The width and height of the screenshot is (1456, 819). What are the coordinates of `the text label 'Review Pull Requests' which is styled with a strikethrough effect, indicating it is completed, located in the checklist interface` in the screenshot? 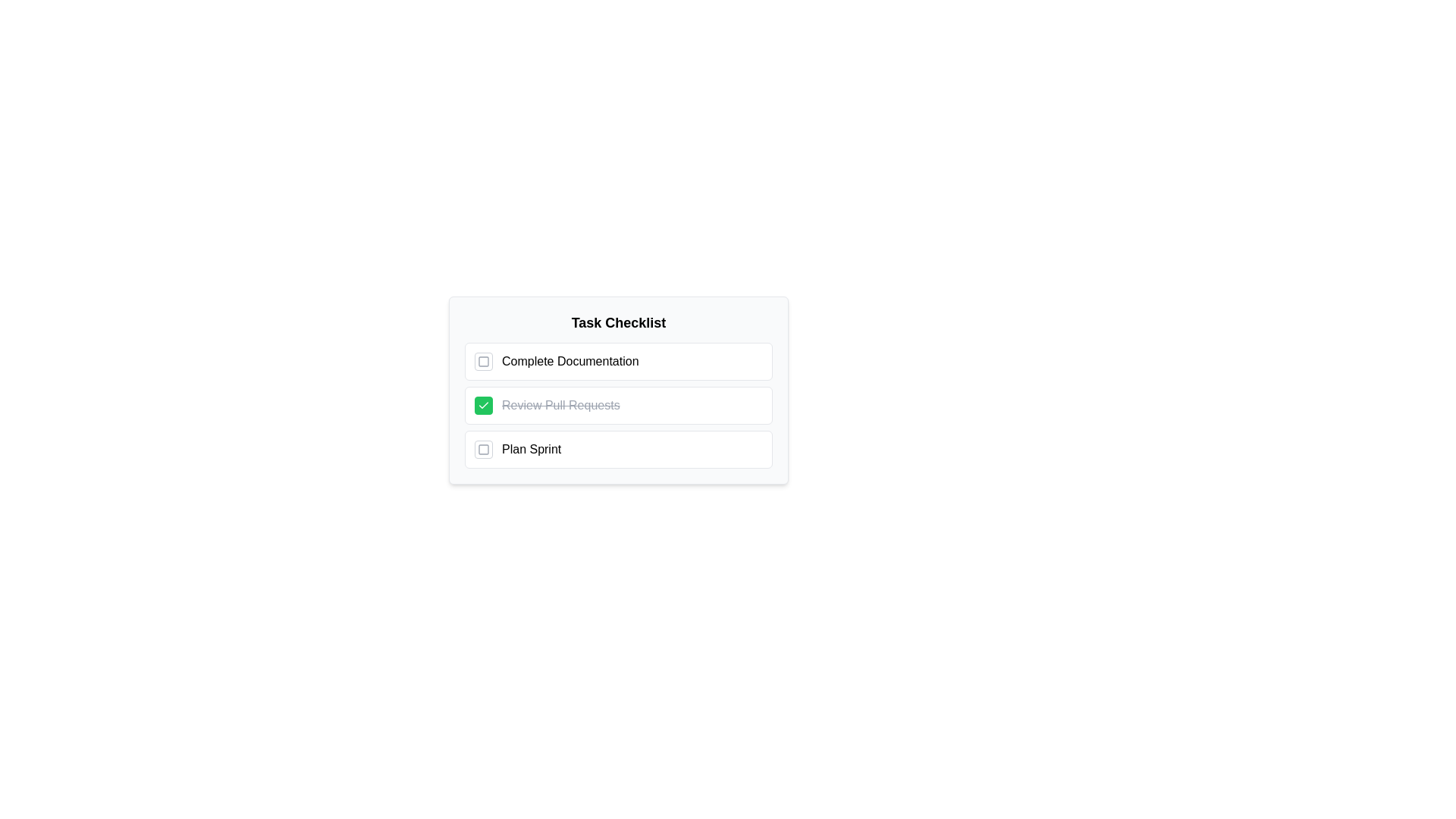 It's located at (560, 405).